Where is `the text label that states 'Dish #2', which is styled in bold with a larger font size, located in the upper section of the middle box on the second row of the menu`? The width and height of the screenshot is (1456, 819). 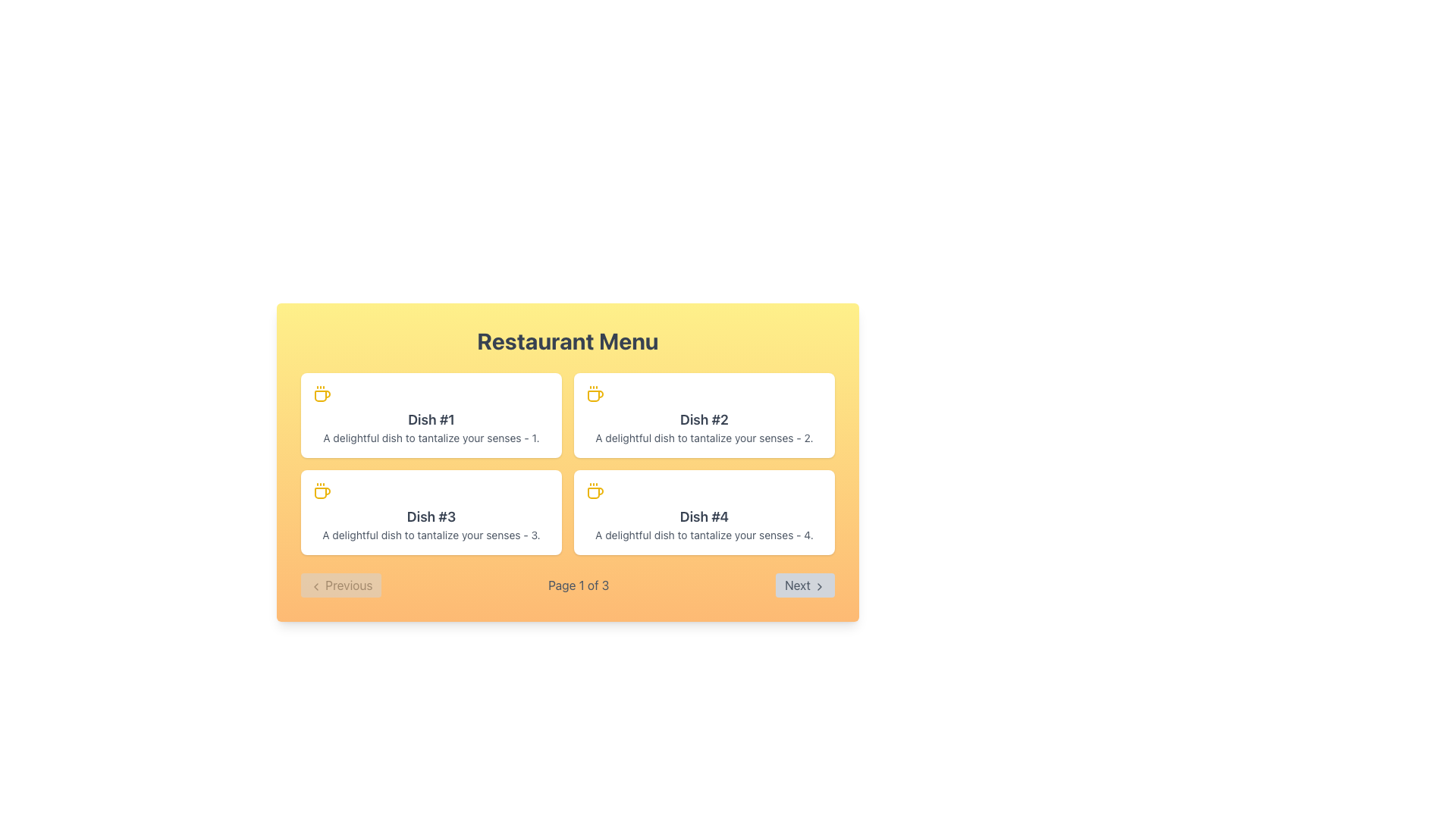
the text label that states 'Dish #2', which is styled in bold with a larger font size, located in the upper section of the middle box on the second row of the menu is located at coordinates (704, 420).